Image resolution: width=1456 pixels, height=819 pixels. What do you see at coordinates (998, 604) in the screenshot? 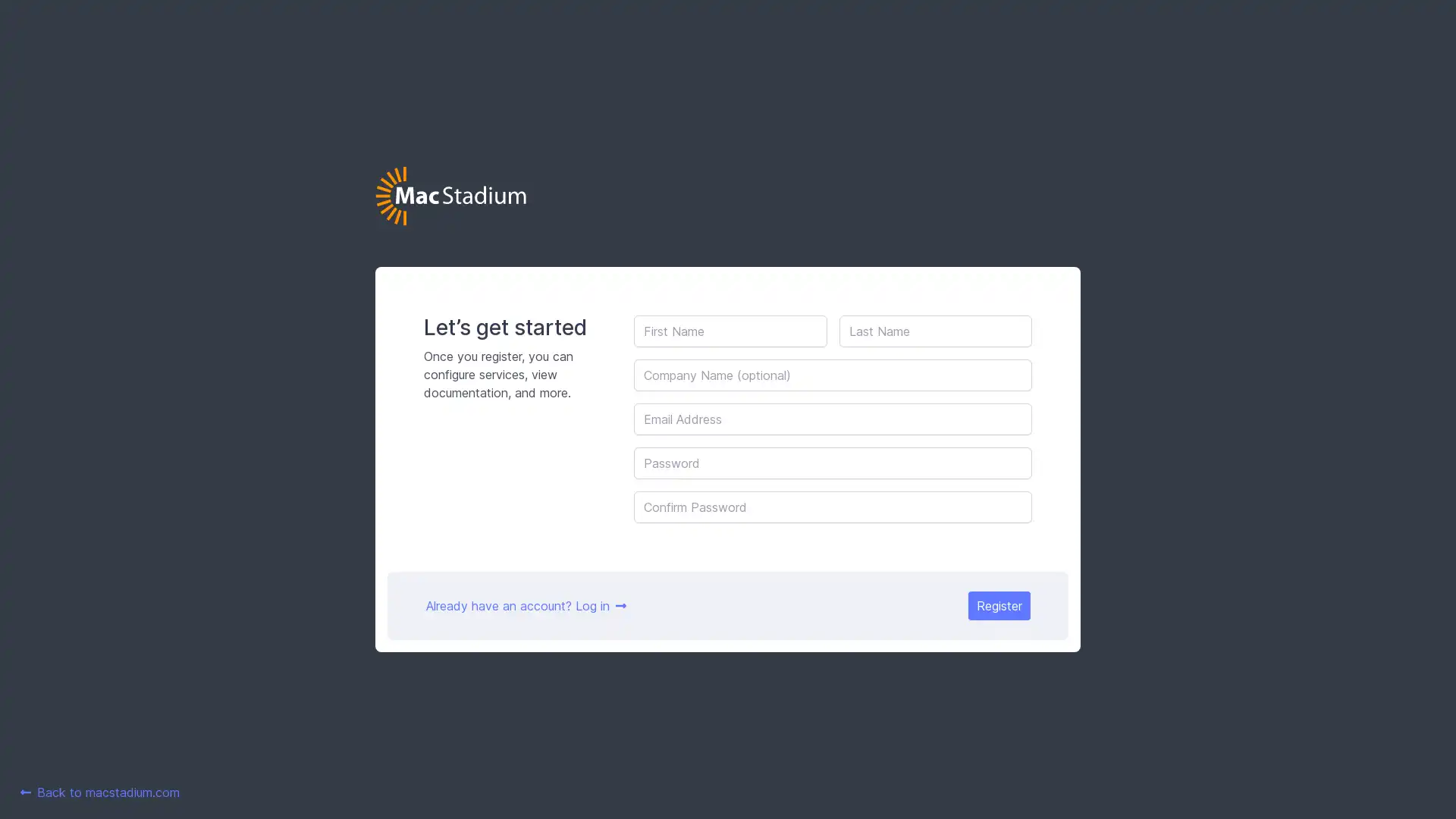
I see `Register` at bounding box center [998, 604].